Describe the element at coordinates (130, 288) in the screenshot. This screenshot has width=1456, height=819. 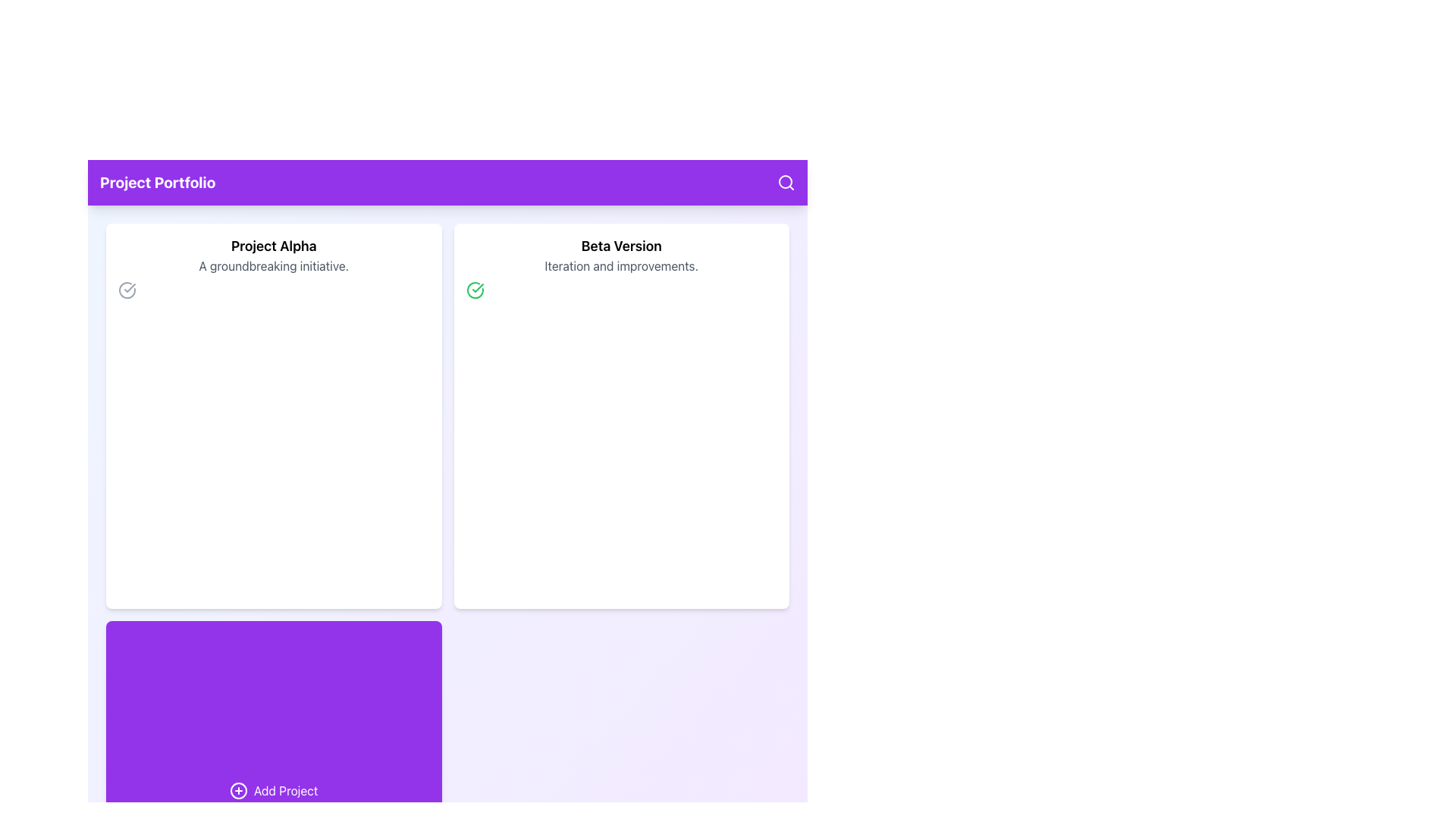
I see `the status indicator icon located in the upper left portion of the 'Project Alpha' panel, which represents the completion or status of the associated project or task` at that location.